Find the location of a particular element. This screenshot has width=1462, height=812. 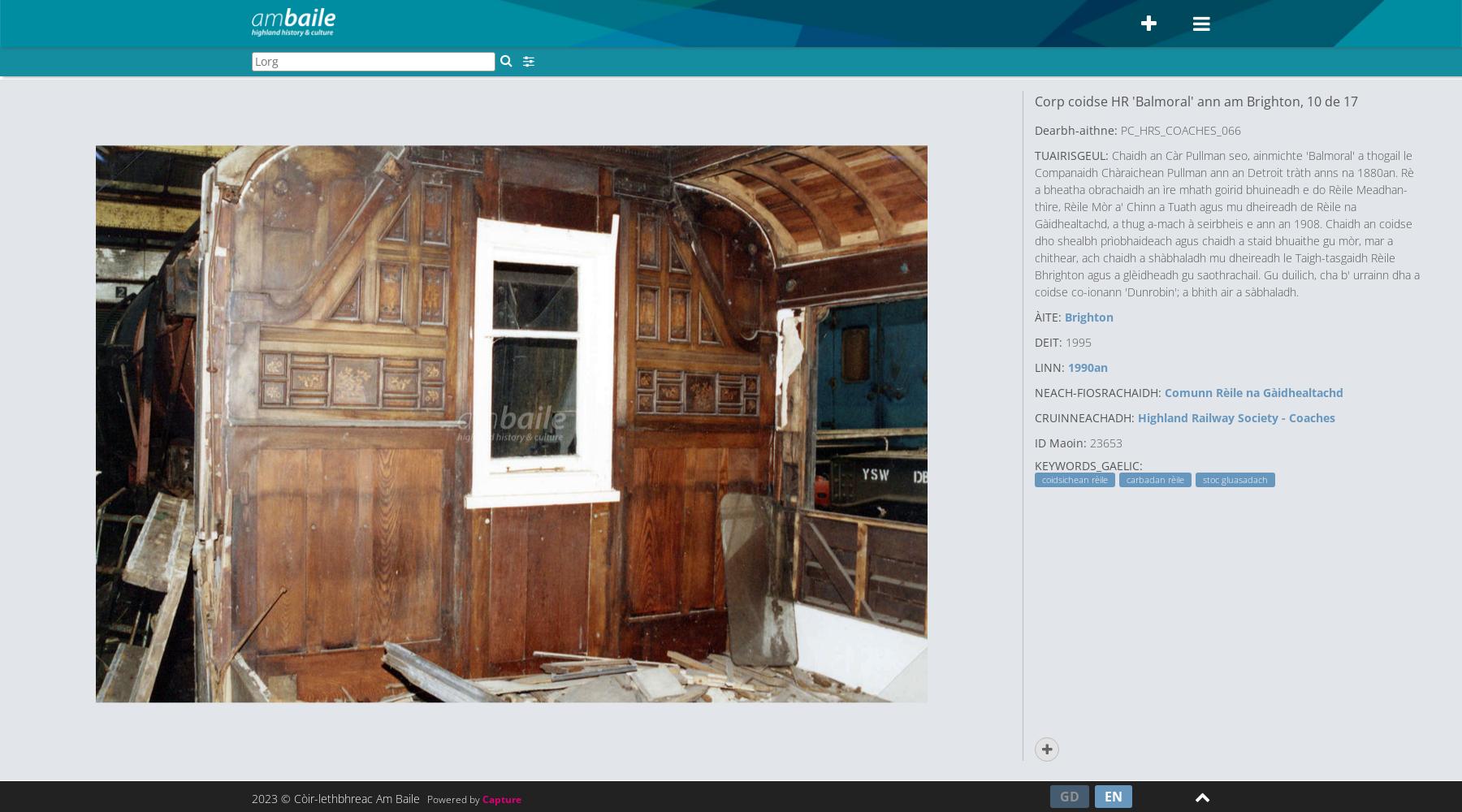

'carbadan rèile' is located at coordinates (1154, 479).